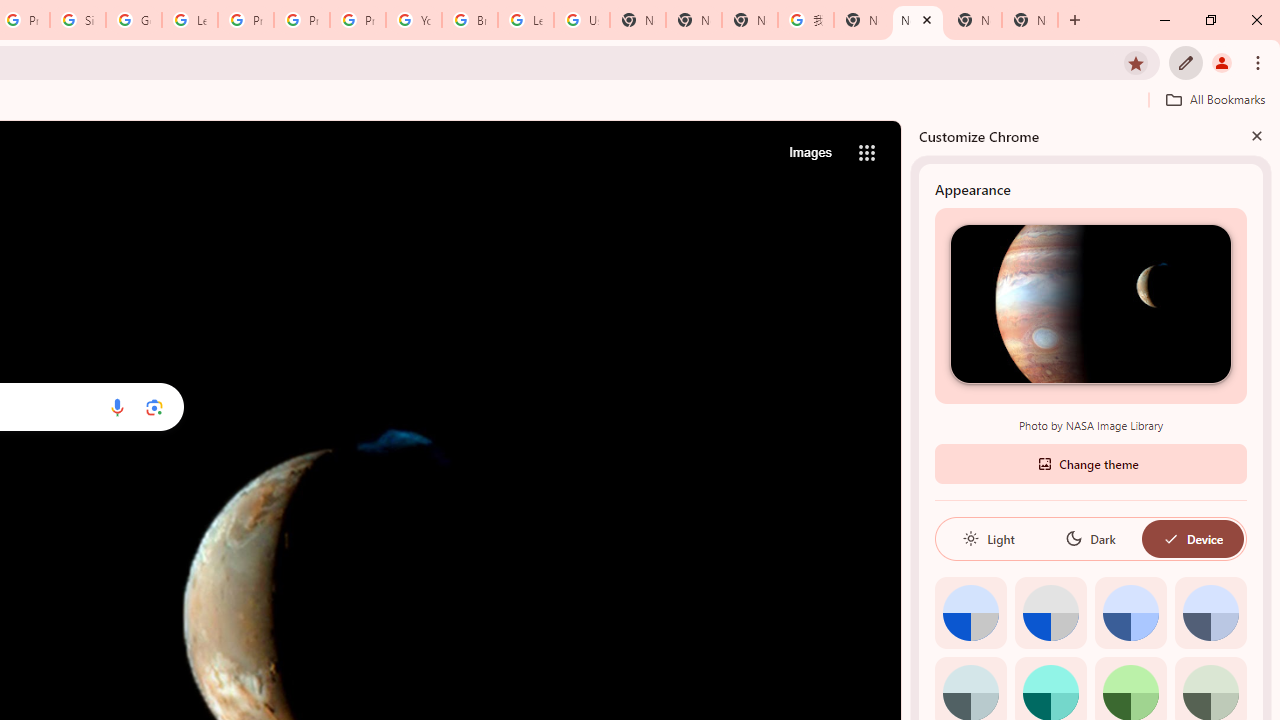 The height and width of the screenshot is (720, 1280). Describe the element at coordinates (153, 406) in the screenshot. I see `'Search by image'` at that location.